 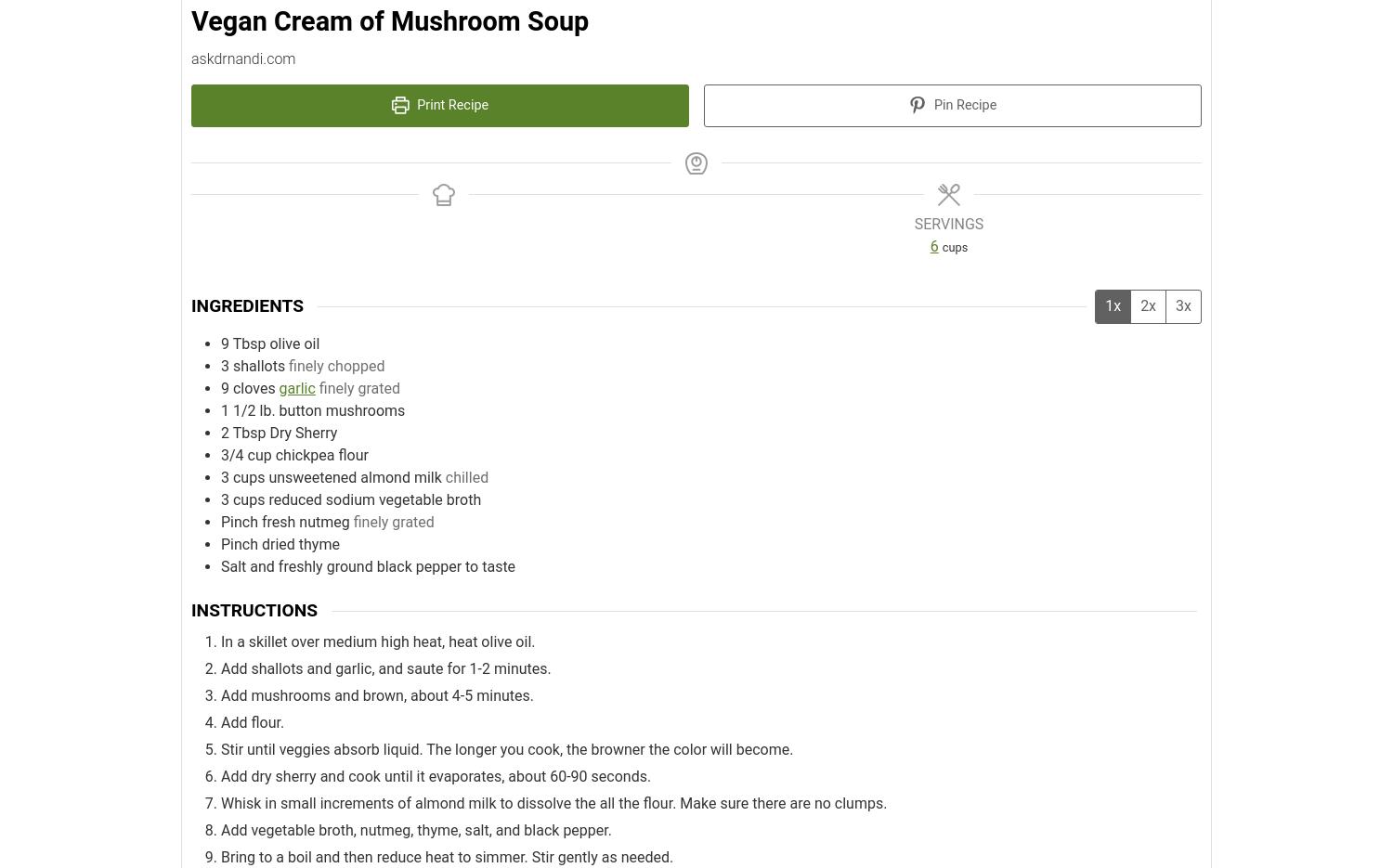 What do you see at coordinates (320, 454) in the screenshot?
I see `'chickpea flour'` at bounding box center [320, 454].